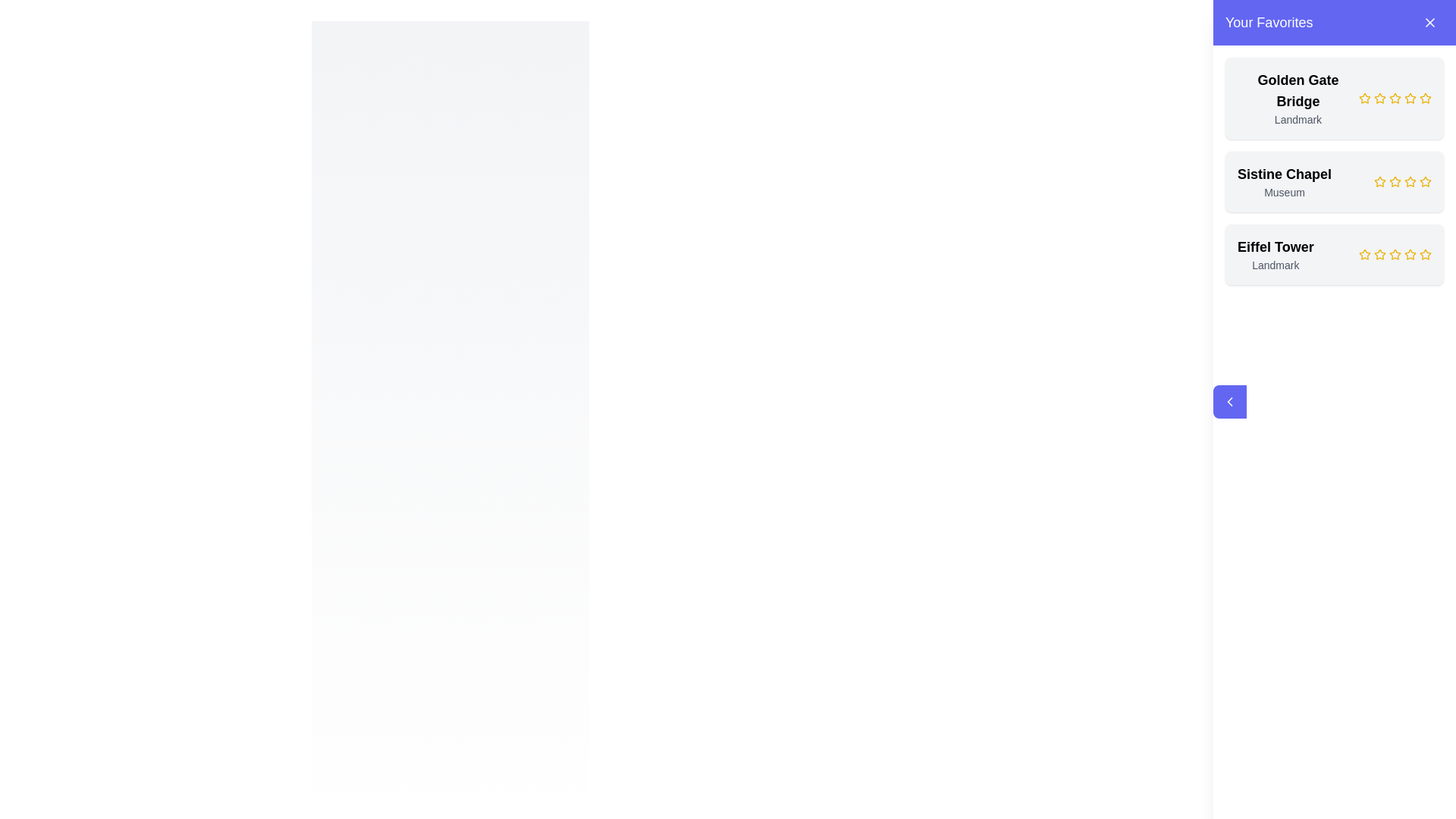 The image size is (1456, 819). I want to click on the static text label identifying the landmark 'Golden Gate Bridge' in the right-hand sidebar, so click(1298, 90).